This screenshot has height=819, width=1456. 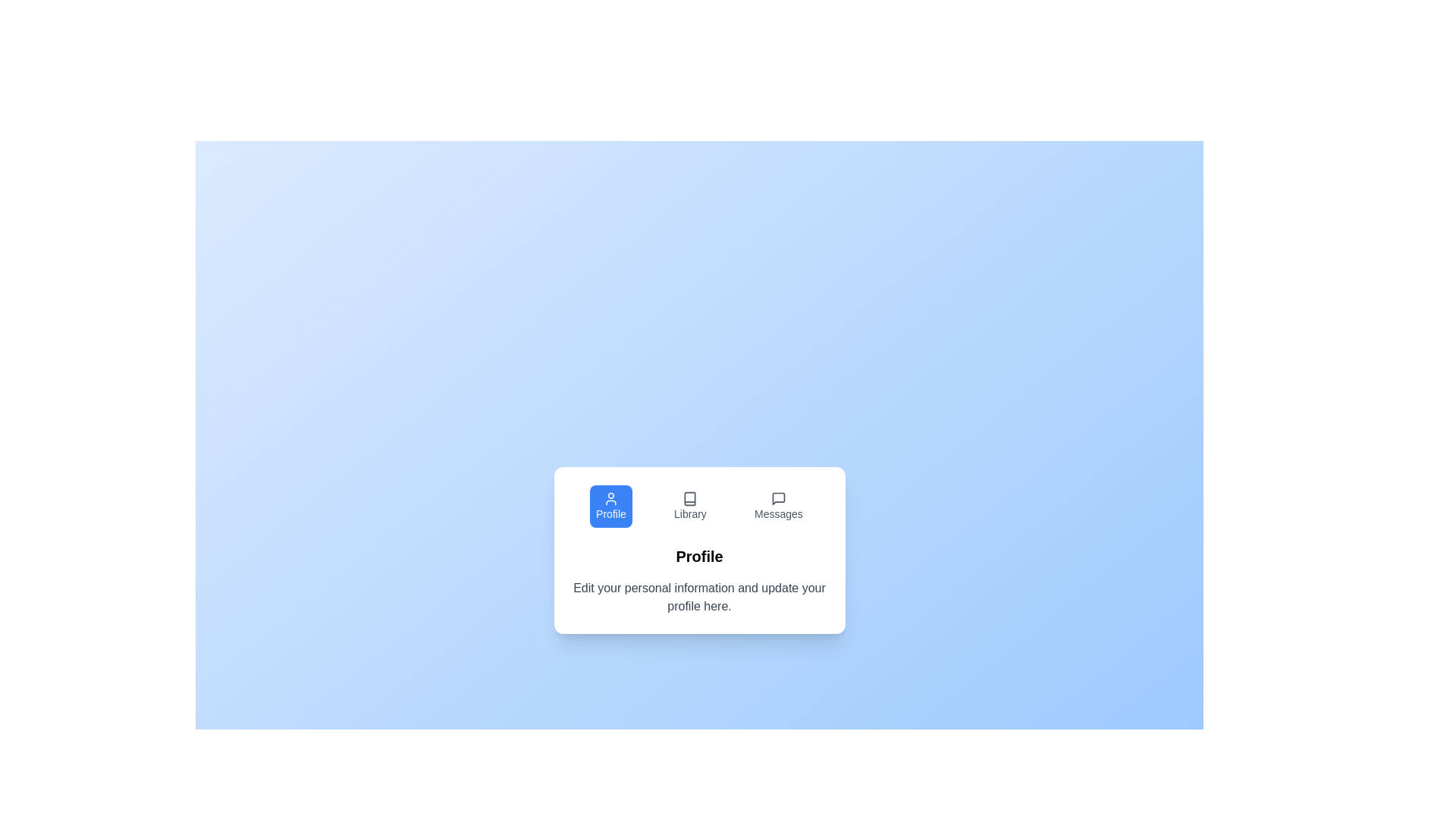 I want to click on the Profile tab, so click(x=611, y=506).